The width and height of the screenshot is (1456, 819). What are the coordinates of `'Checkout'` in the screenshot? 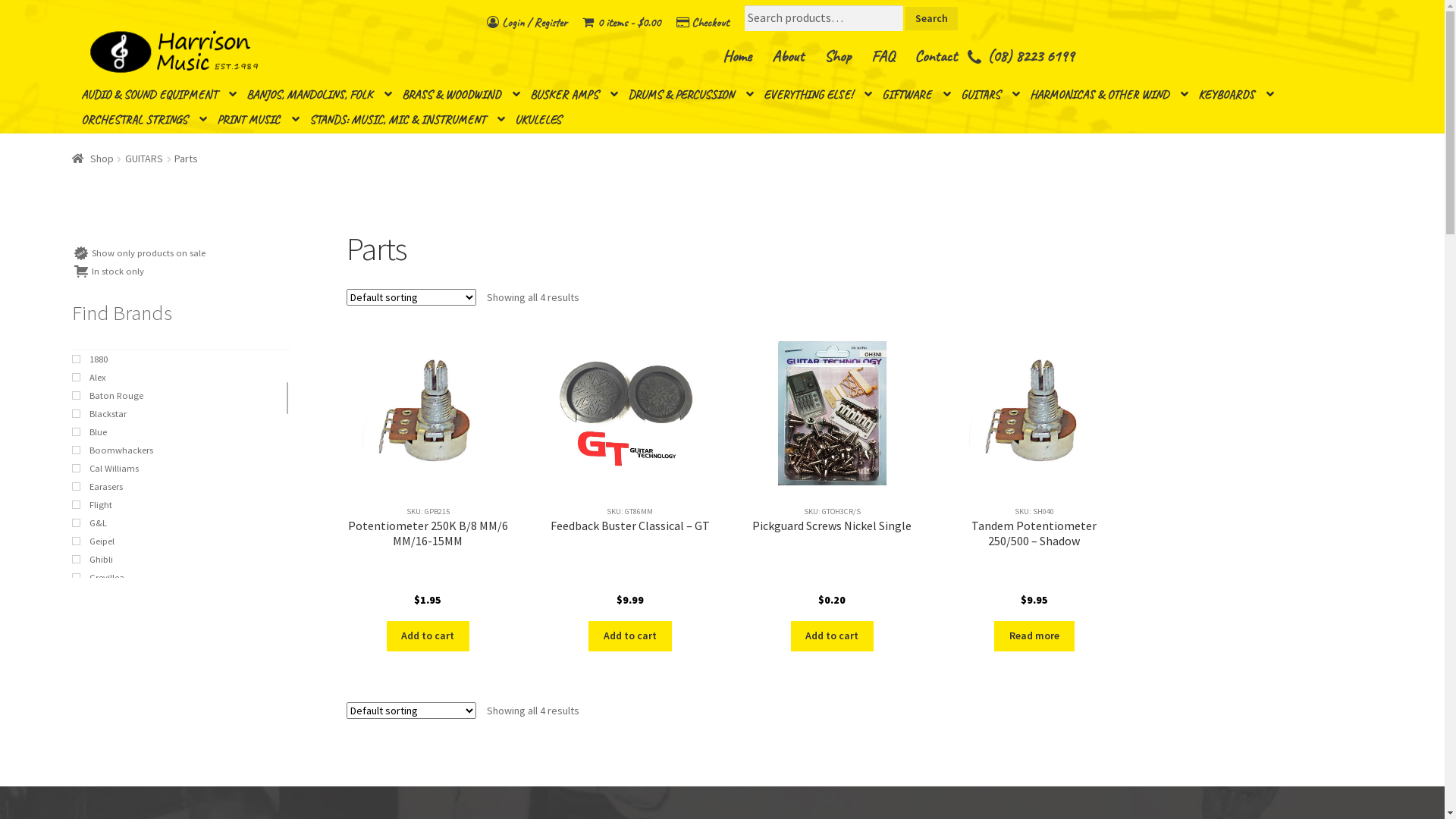 It's located at (701, 23).